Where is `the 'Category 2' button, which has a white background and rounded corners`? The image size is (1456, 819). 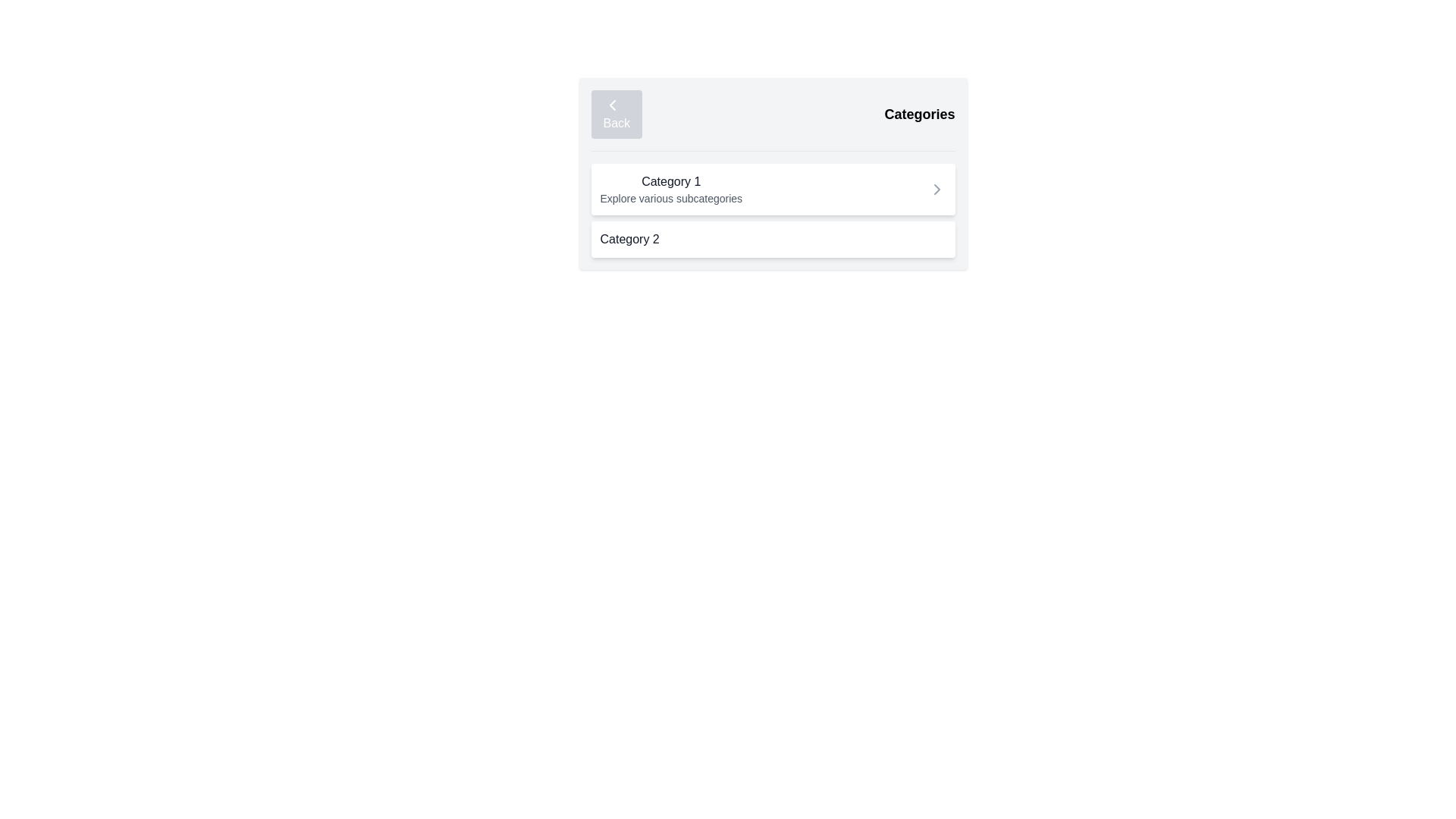 the 'Category 2' button, which has a white background and rounded corners is located at coordinates (773, 239).